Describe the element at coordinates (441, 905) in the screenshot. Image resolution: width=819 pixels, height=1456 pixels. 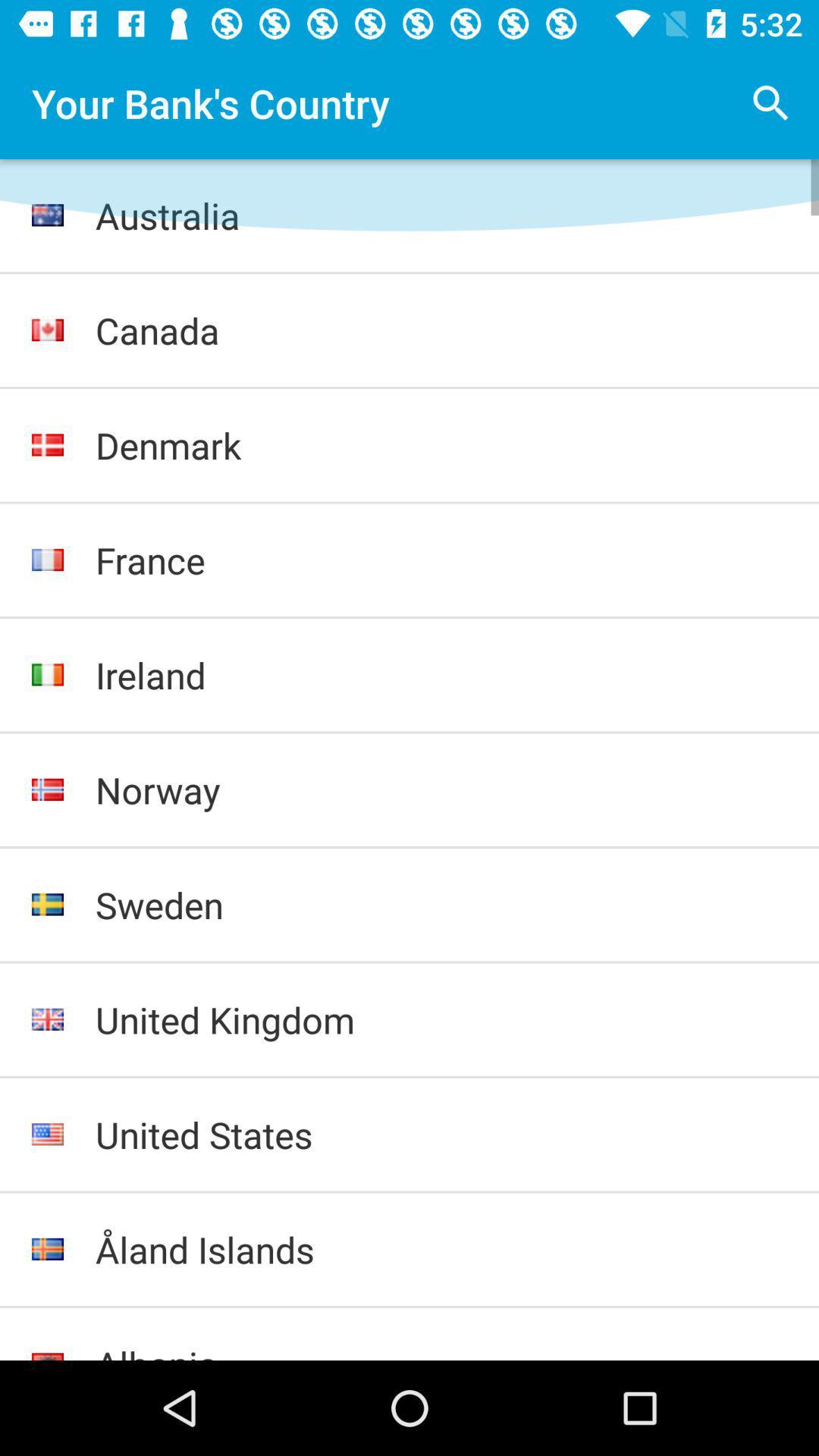
I see `sweden item` at that location.